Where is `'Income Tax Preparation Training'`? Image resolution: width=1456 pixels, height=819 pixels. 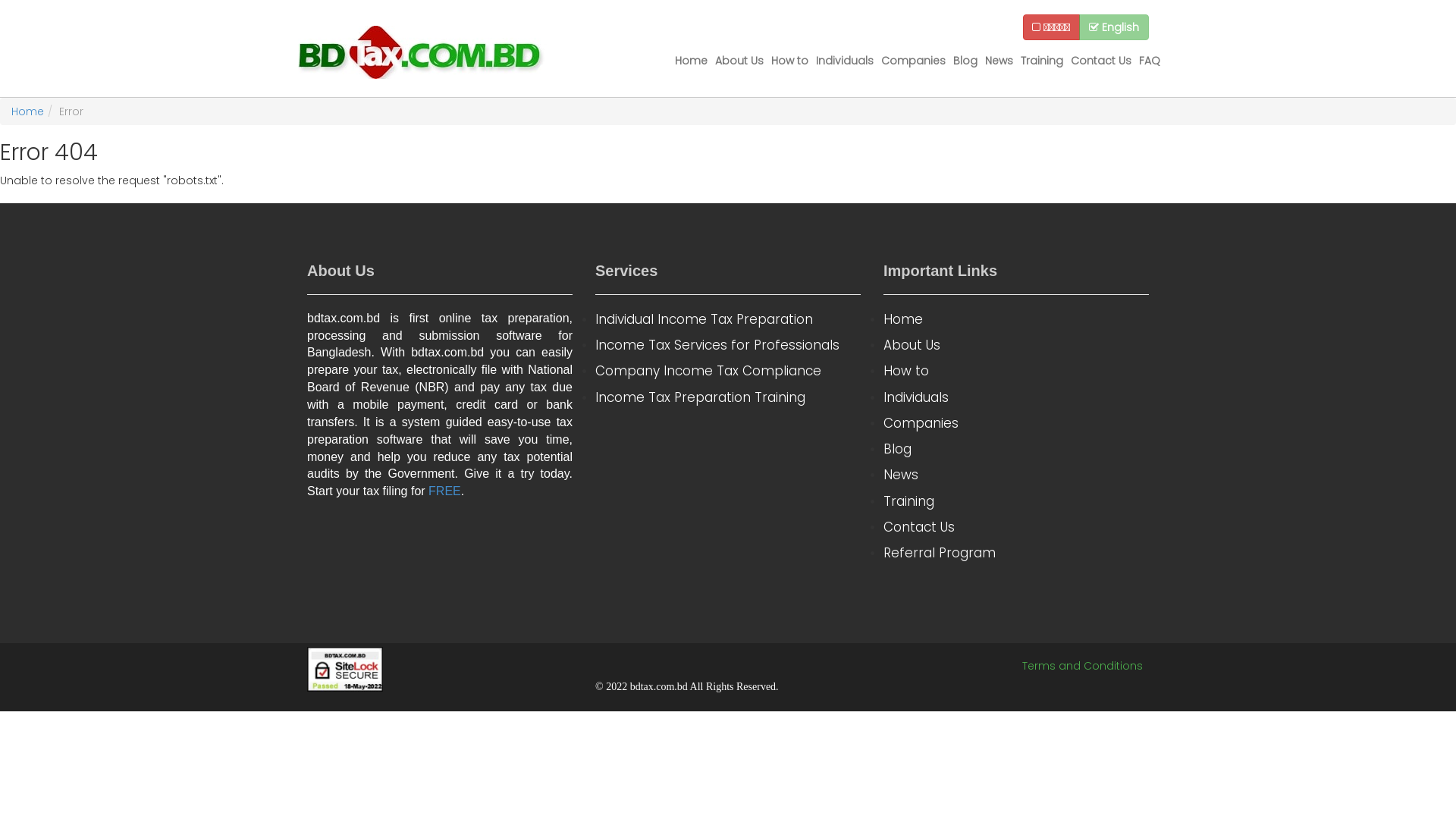 'Income Tax Preparation Training' is located at coordinates (595, 397).